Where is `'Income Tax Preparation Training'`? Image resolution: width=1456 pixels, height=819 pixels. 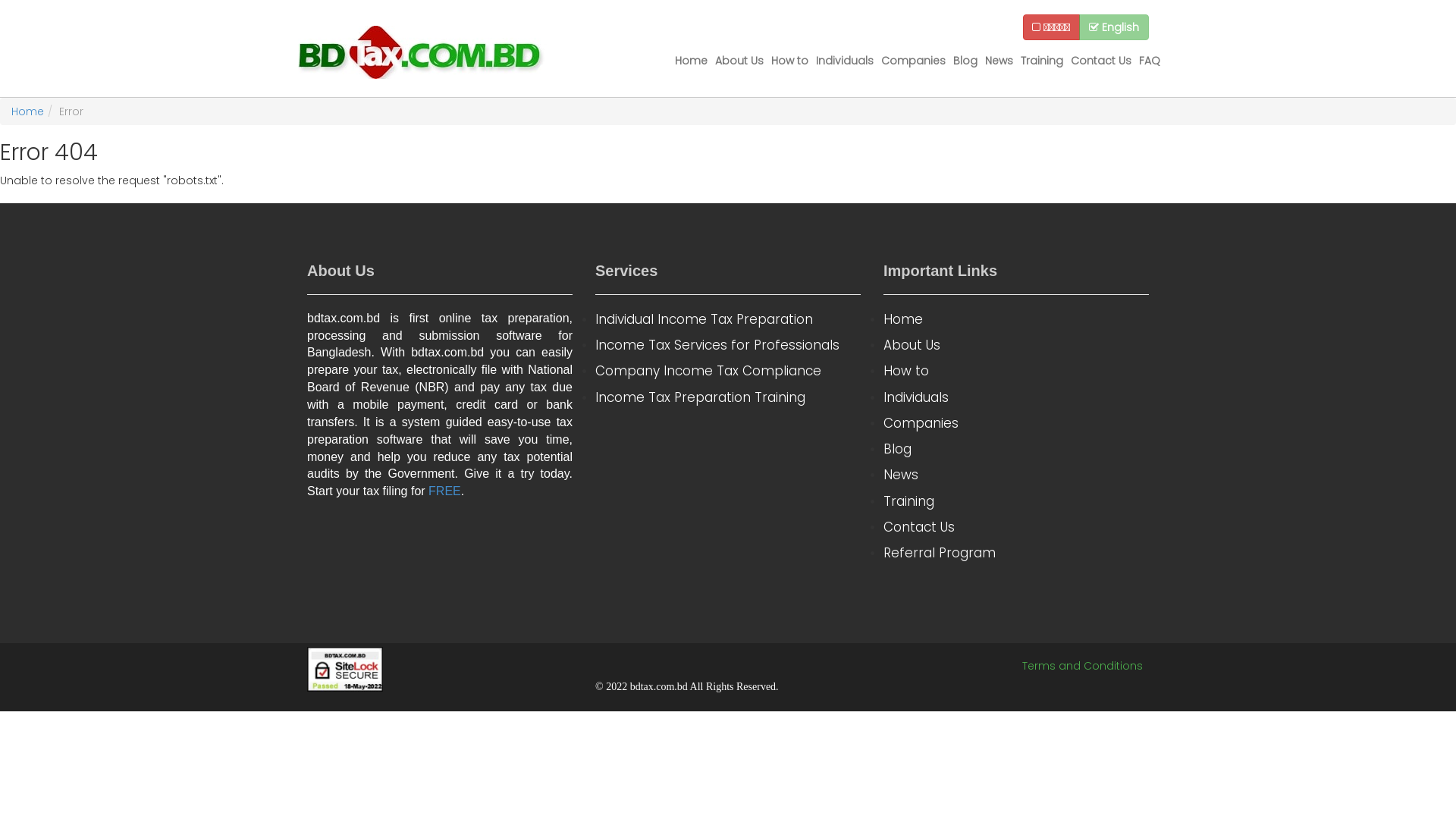 'Income Tax Preparation Training' is located at coordinates (595, 397).